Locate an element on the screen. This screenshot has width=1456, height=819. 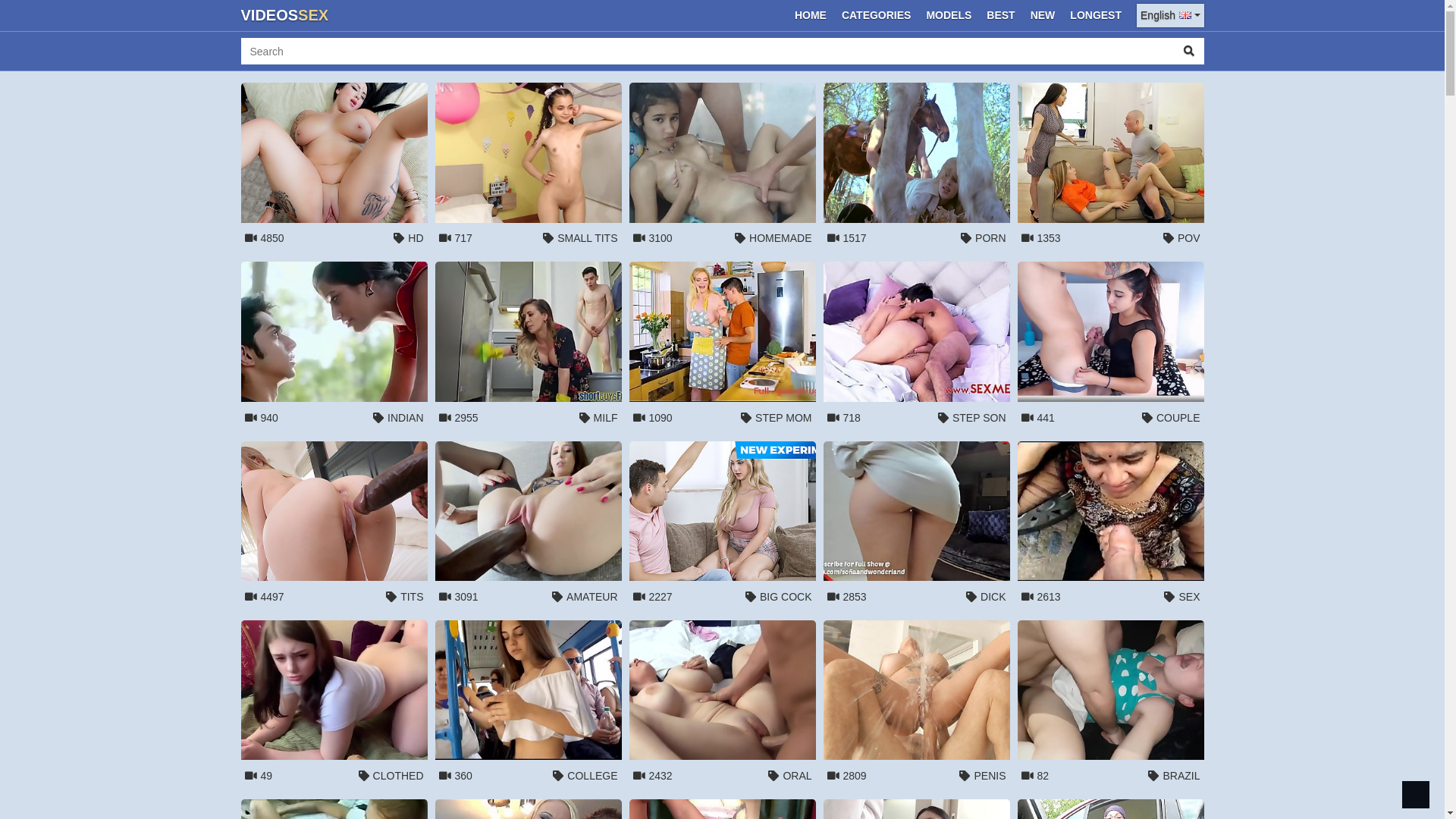
'3091 is located at coordinates (435, 526).